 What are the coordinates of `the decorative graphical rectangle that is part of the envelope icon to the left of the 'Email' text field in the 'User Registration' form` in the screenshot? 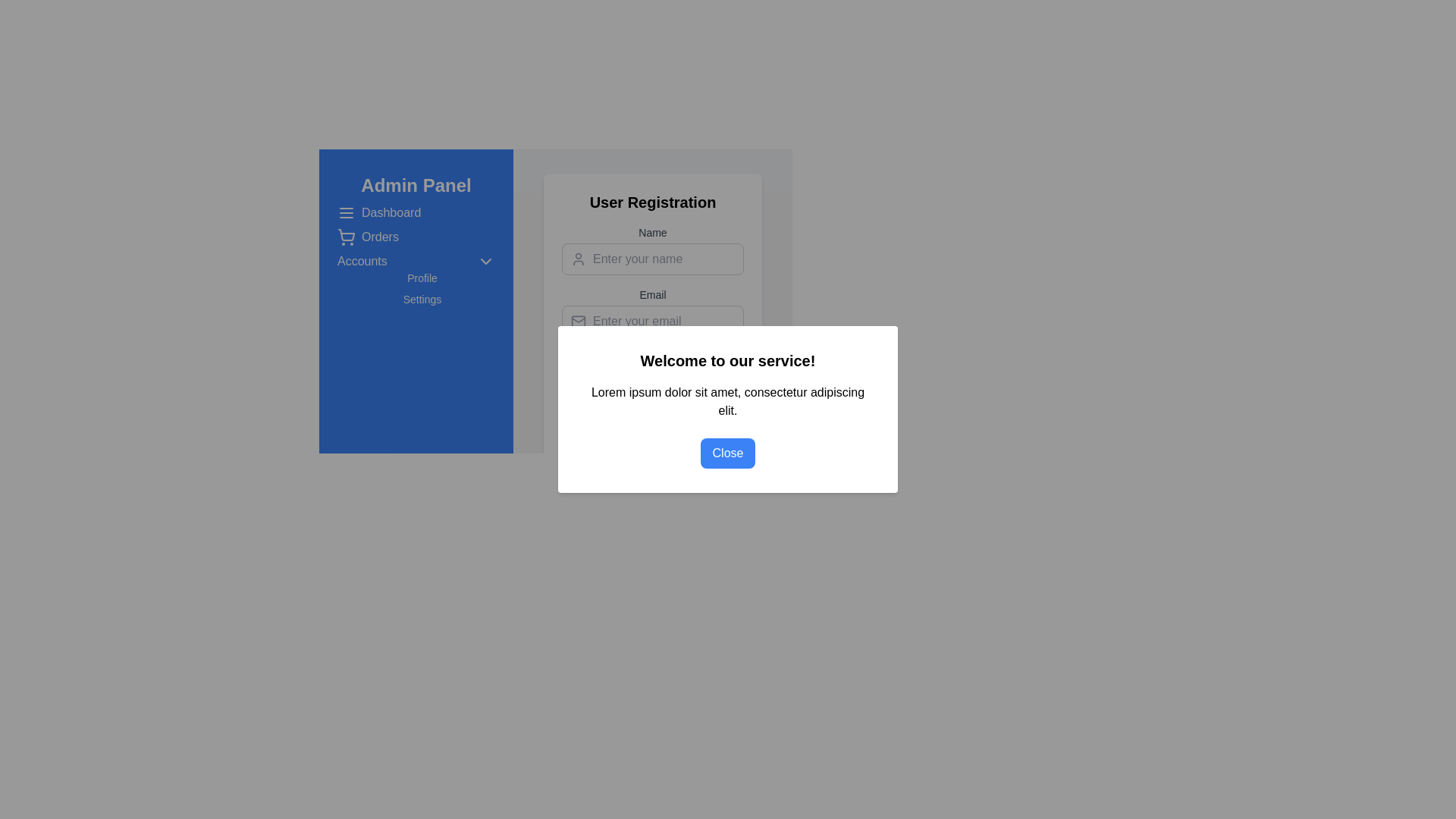 It's located at (578, 321).